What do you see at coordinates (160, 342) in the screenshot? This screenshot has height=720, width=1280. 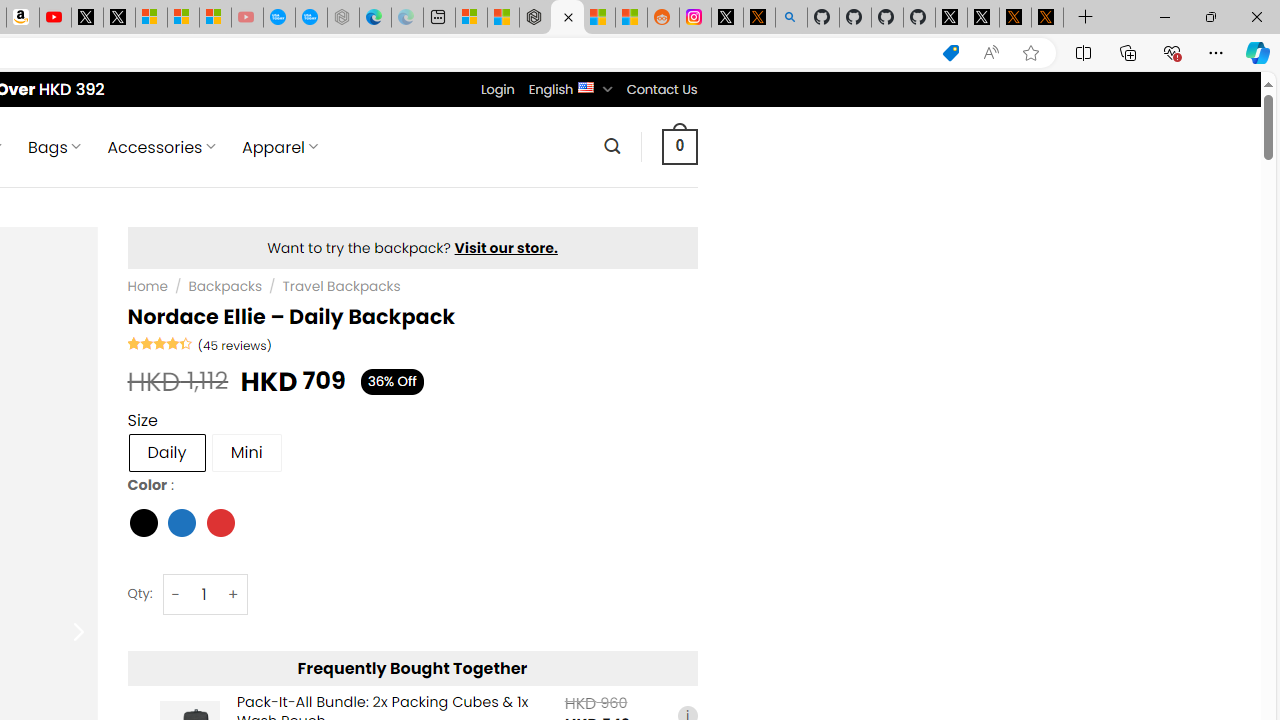 I see `'Rated 4.33 out of 5'` at bounding box center [160, 342].